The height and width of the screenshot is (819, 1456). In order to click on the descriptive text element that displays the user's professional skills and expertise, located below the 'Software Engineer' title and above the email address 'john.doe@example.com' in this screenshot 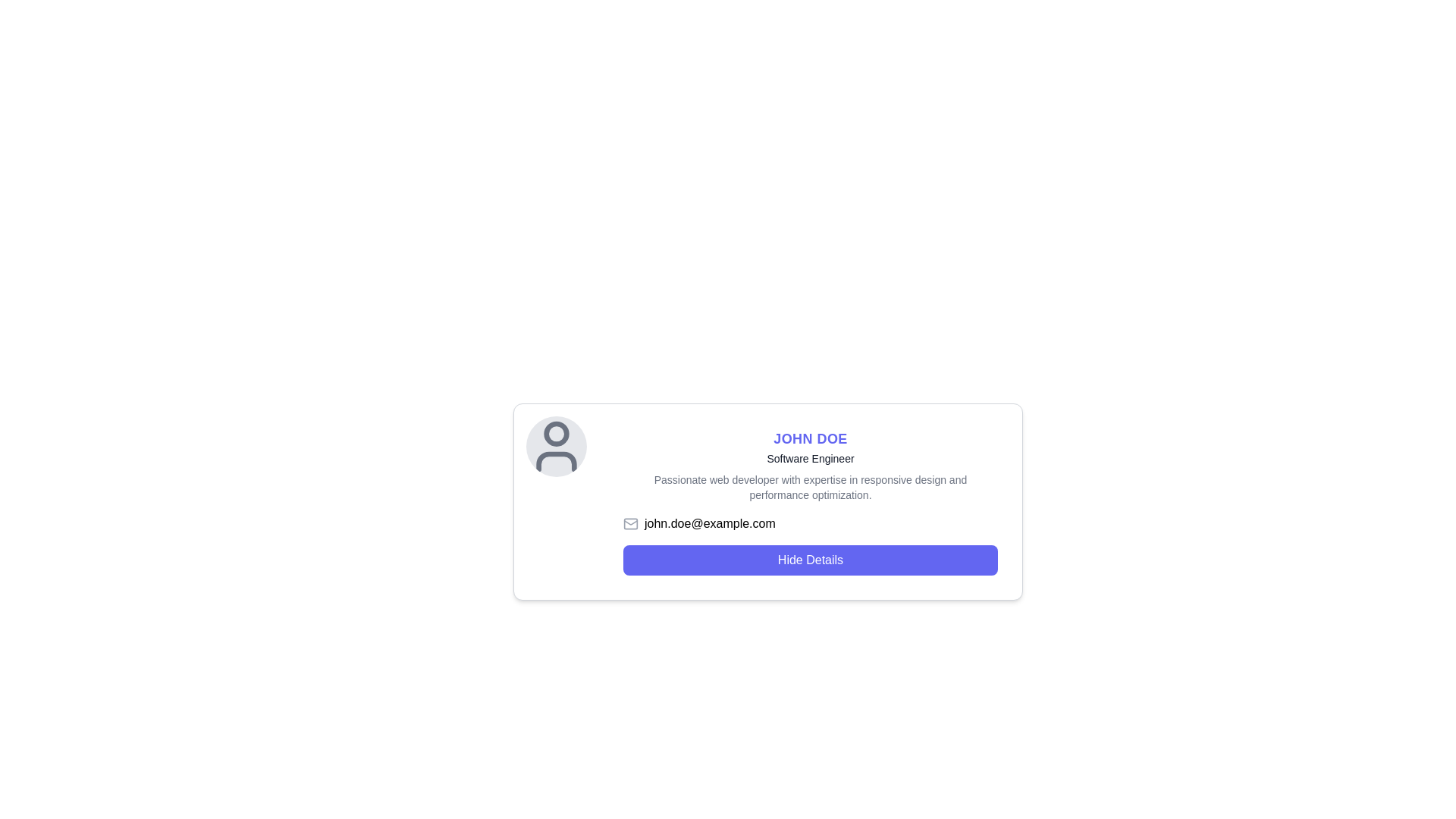, I will do `click(810, 486)`.